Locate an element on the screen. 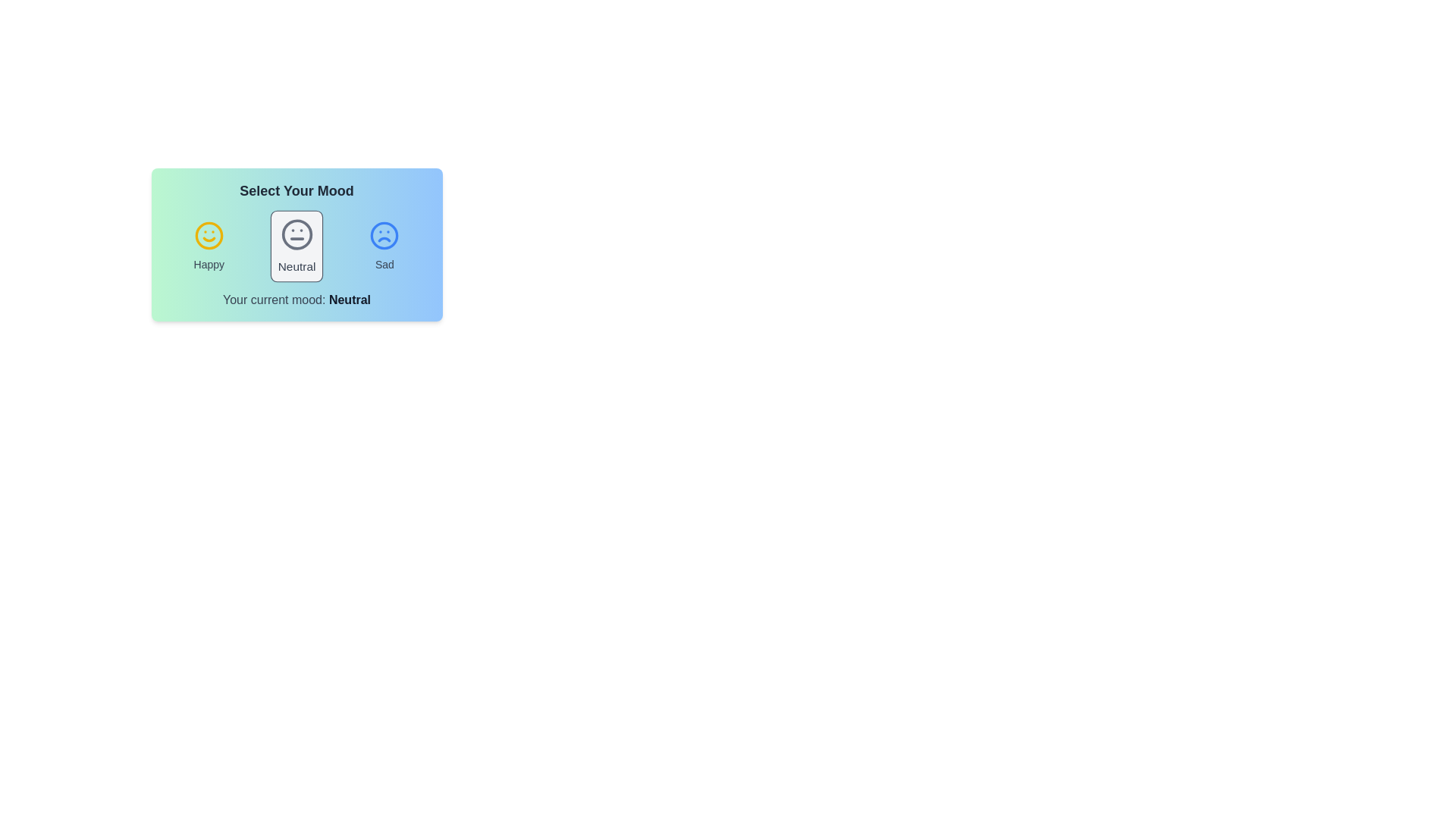 The image size is (1456, 819). the text 'Your current mood: Neutral' in the component is located at coordinates (297, 300).